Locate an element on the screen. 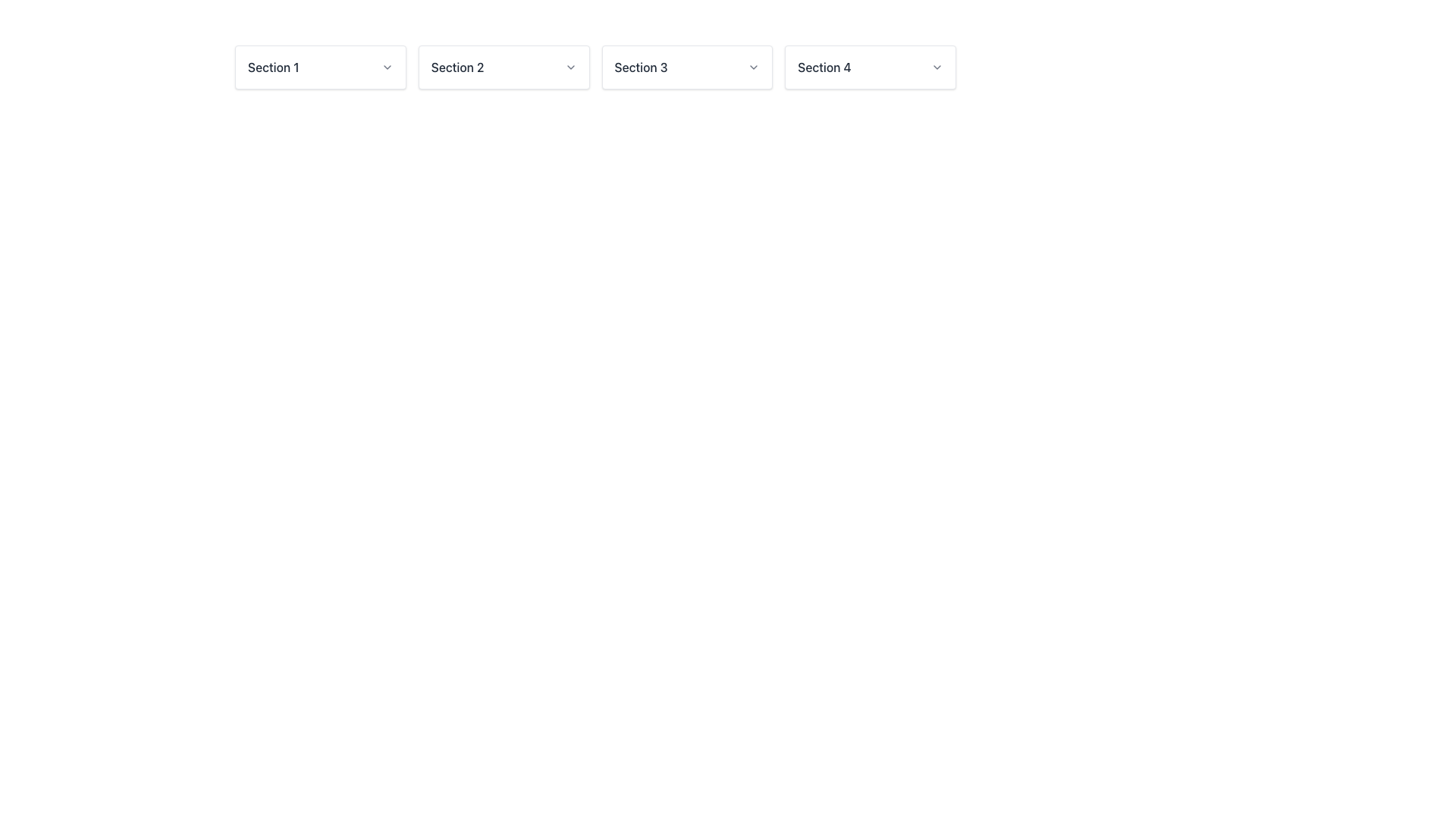 The height and width of the screenshot is (819, 1456). the Dropdown Menu Trigger located in the second column of the grid layout, which is positioned between 'Section 1' and 'Section 3' and labeled 'Section 2' is located at coordinates (504, 66).